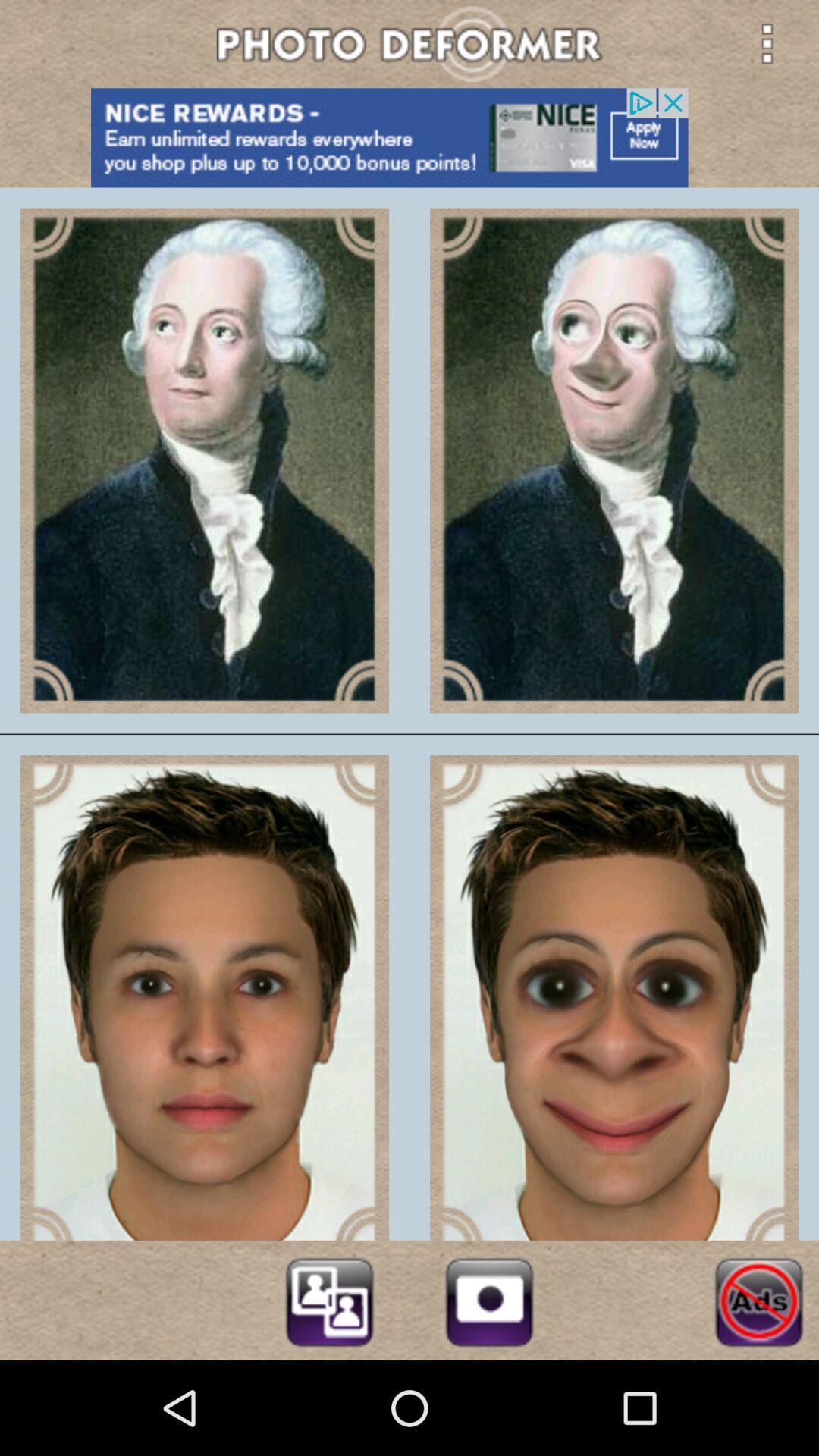  I want to click on deform the photo, so click(328, 1299).